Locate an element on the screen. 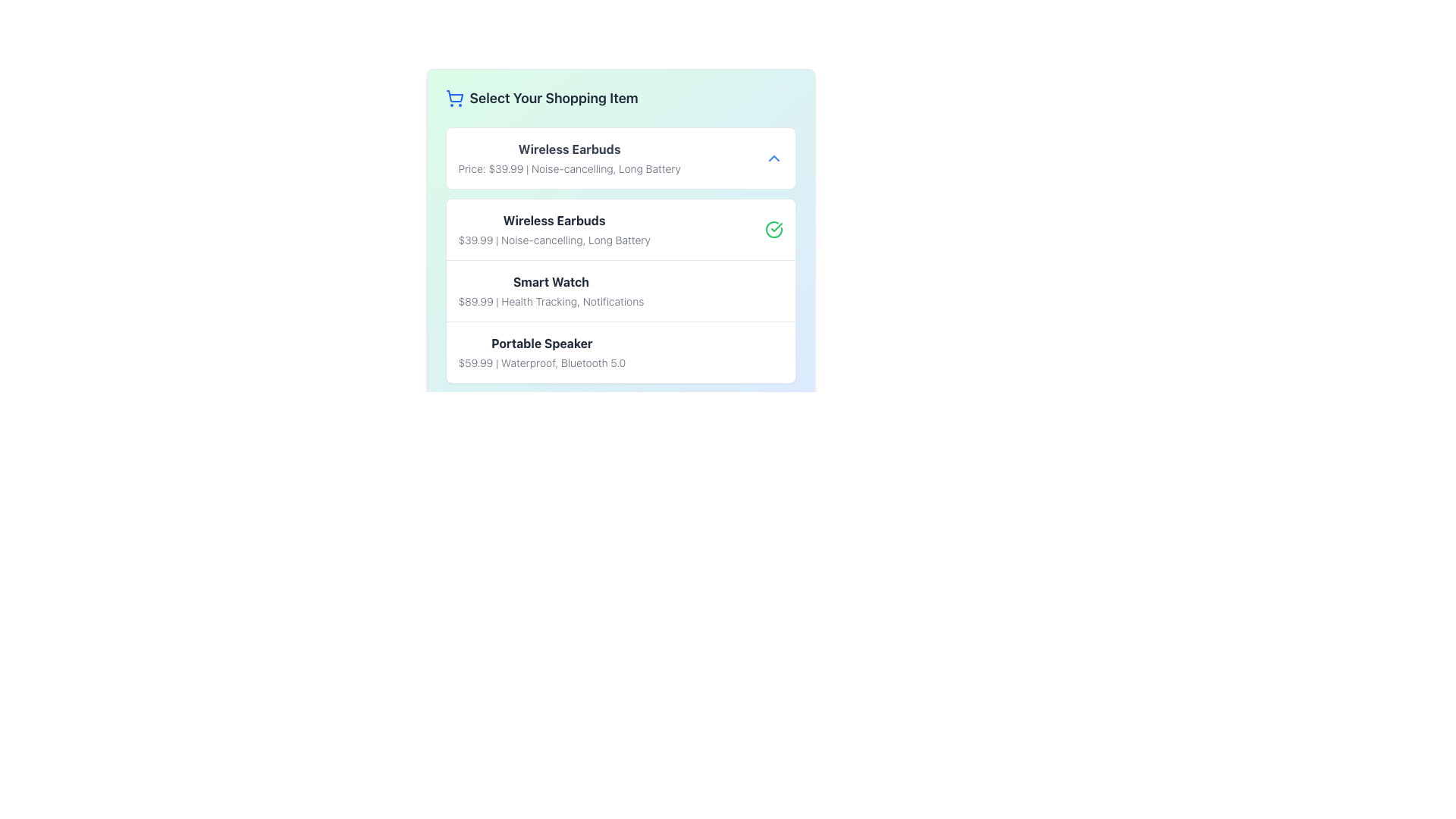 This screenshot has height=819, width=1456. the informational text label providing details and pricing for the 'Wireless Earbuds' product, positioned directly below the main label is located at coordinates (554, 239).